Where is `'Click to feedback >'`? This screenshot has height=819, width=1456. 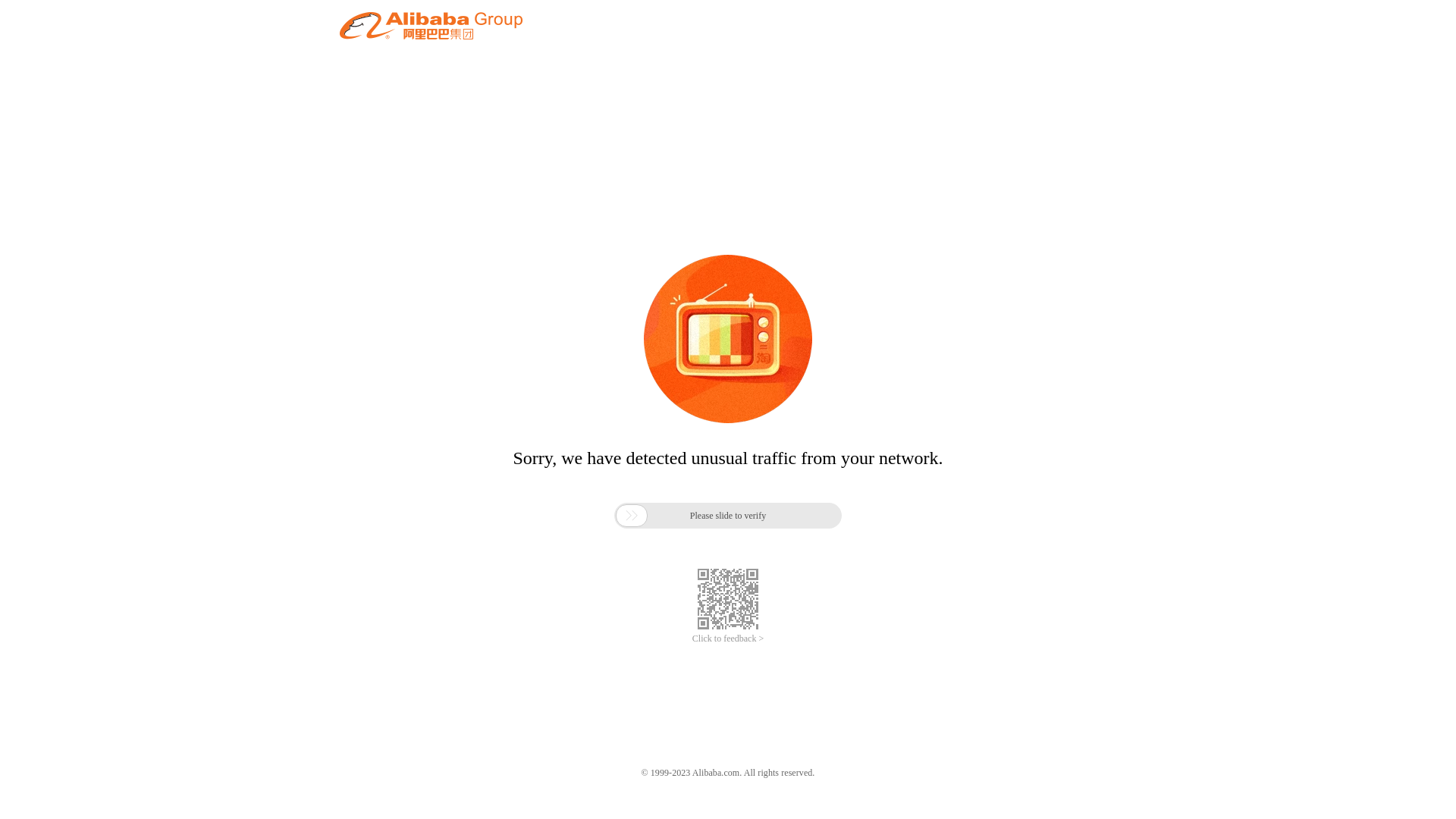
'Click to feedback >' is located at coordinates (728, 639).